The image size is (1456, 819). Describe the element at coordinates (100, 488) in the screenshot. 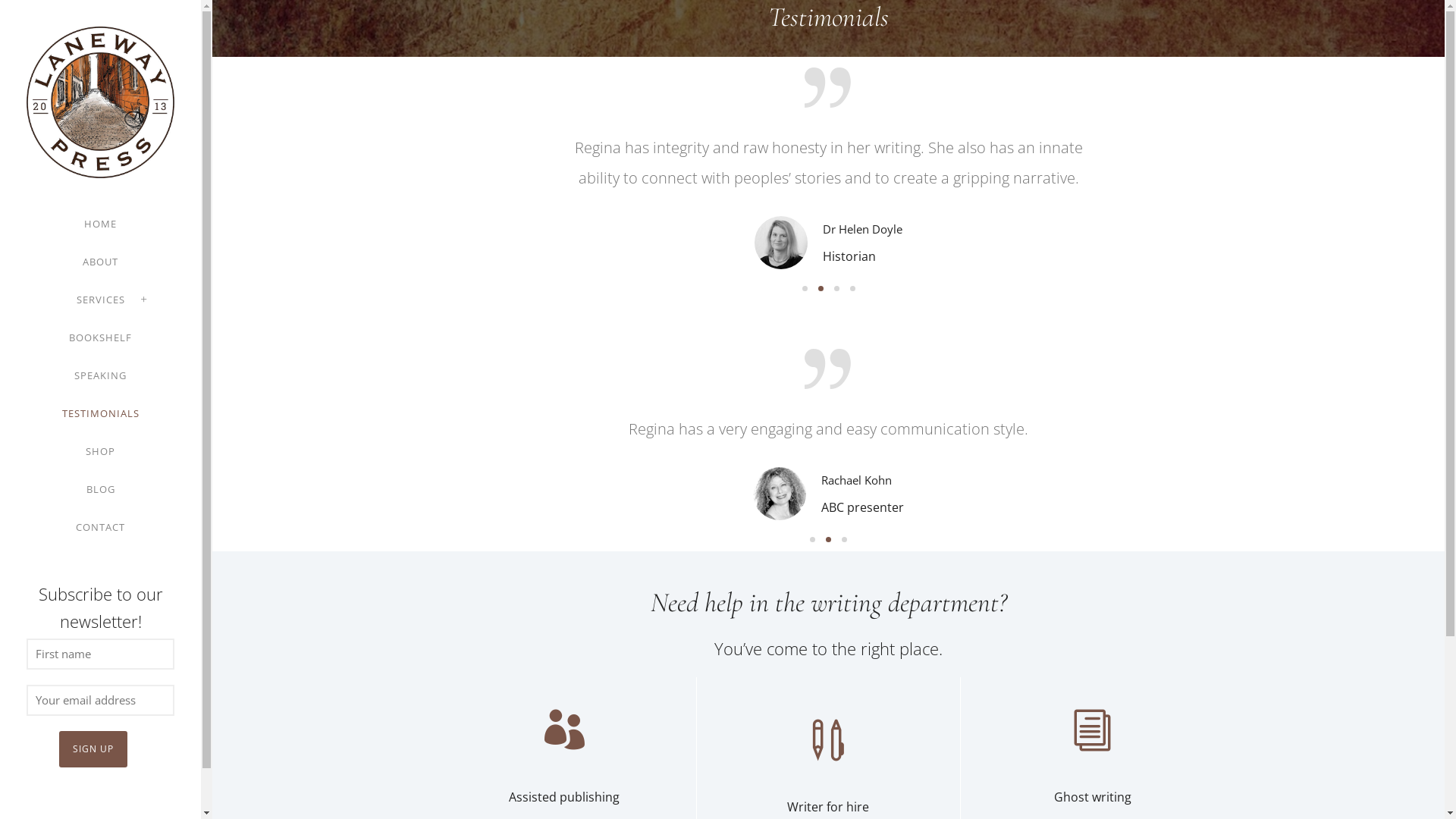

I see `'BLOG'` at that location.